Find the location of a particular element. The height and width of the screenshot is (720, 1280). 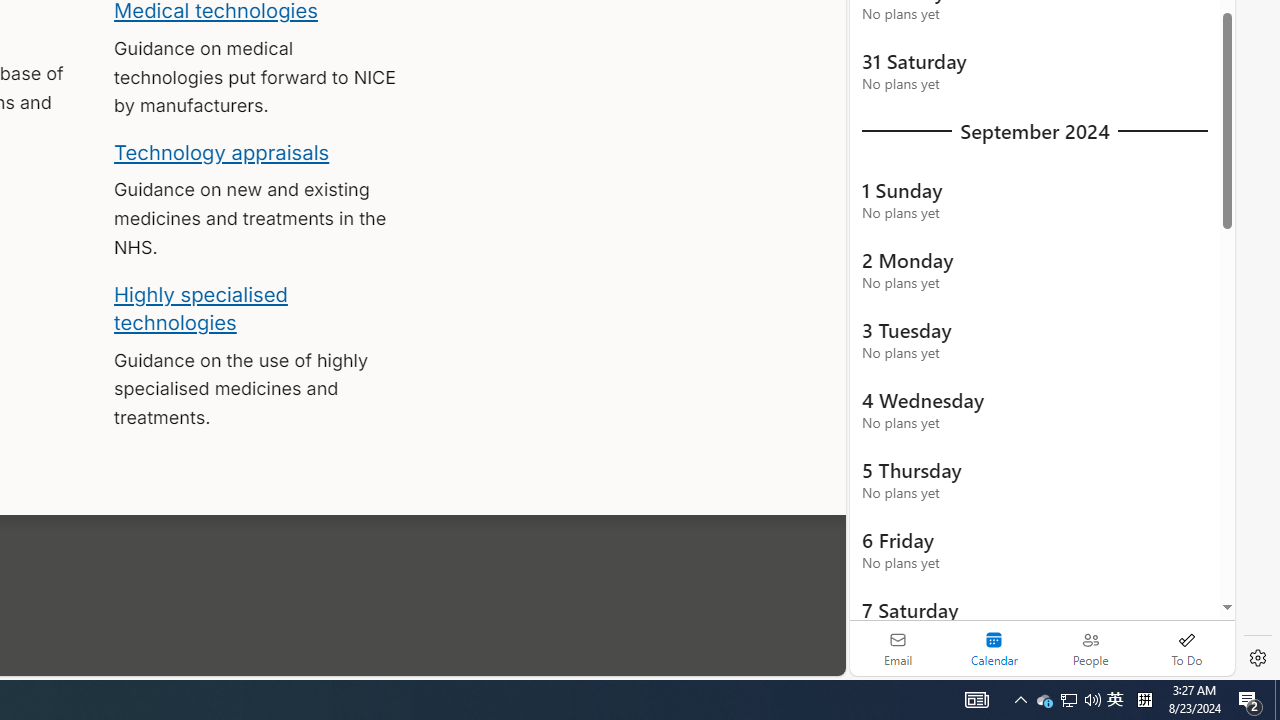

'People' is located at coordinates (1089, 648).